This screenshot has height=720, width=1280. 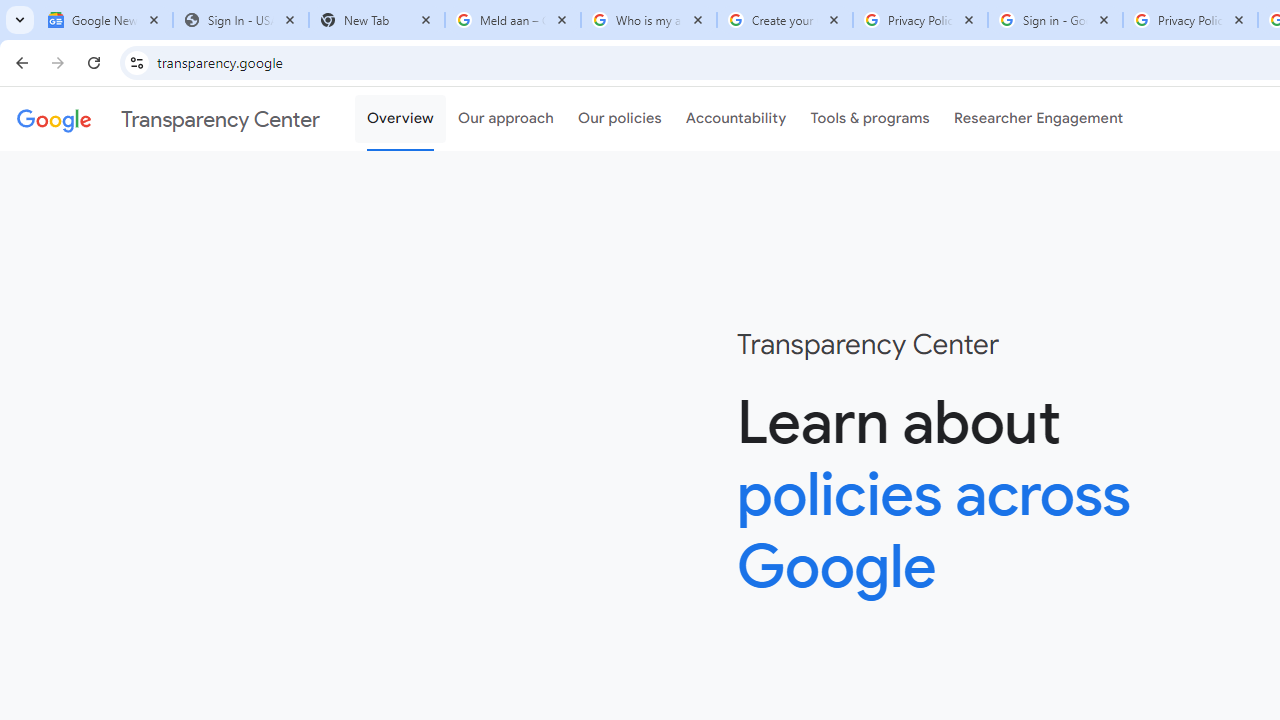 What do you see at coordinates (1038, 119) in the screenshot?
I see `'Researcher Engagement'` at bounding box center [1038, 119].